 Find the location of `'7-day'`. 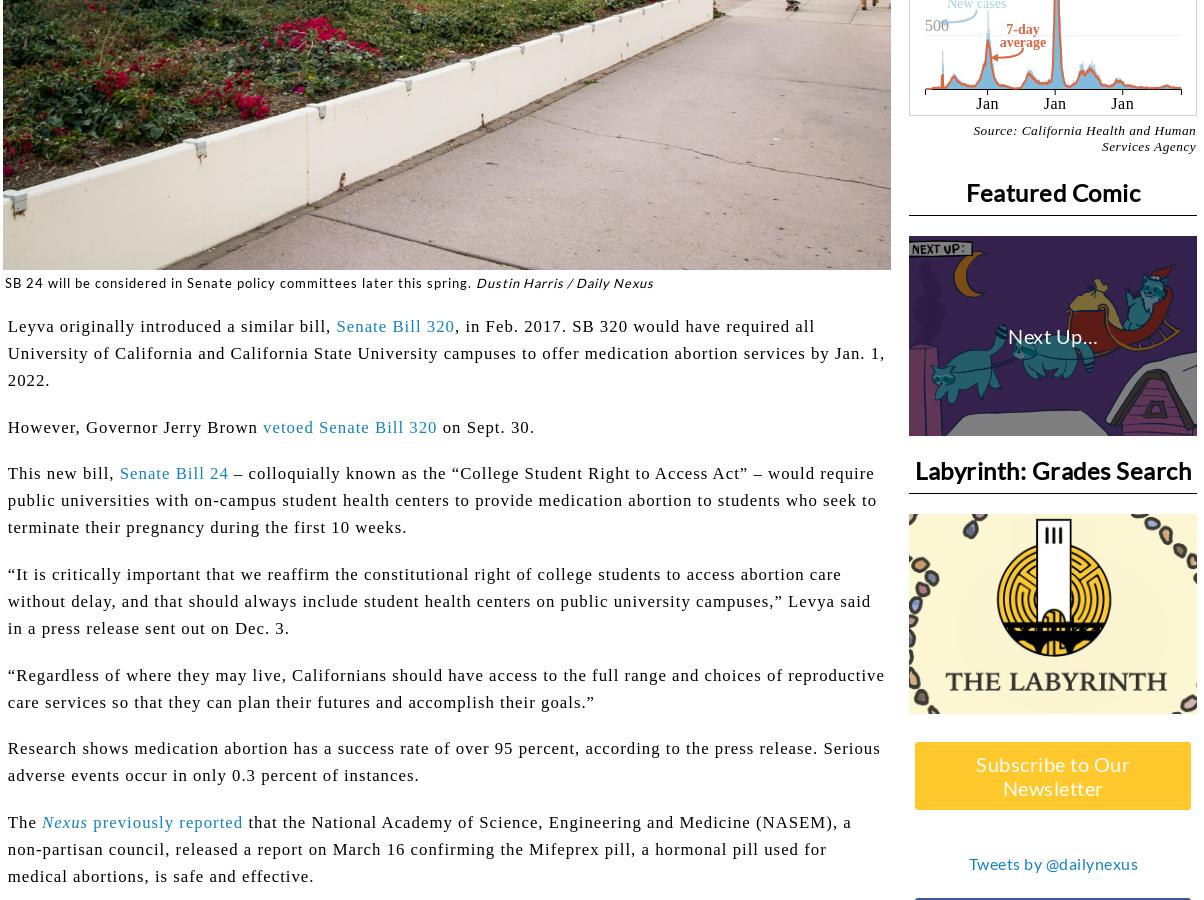

'7-day' is located at coordinates (1022, 27).